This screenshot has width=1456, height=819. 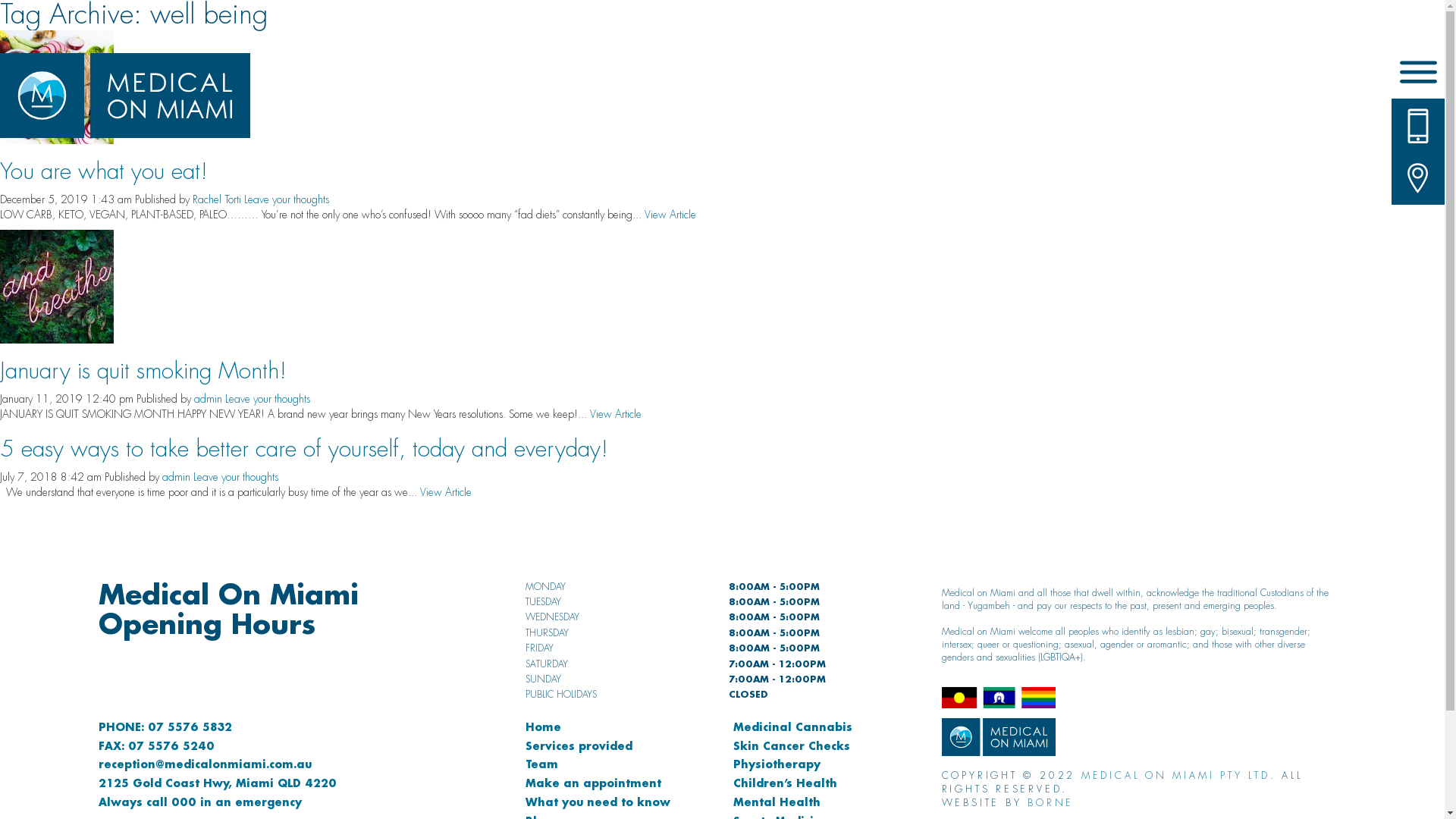 What do you see at coordinates (156, 745) in the screenshot?
I see `'FAX: 07 5576 5240'` at bounding box center [156, 745].